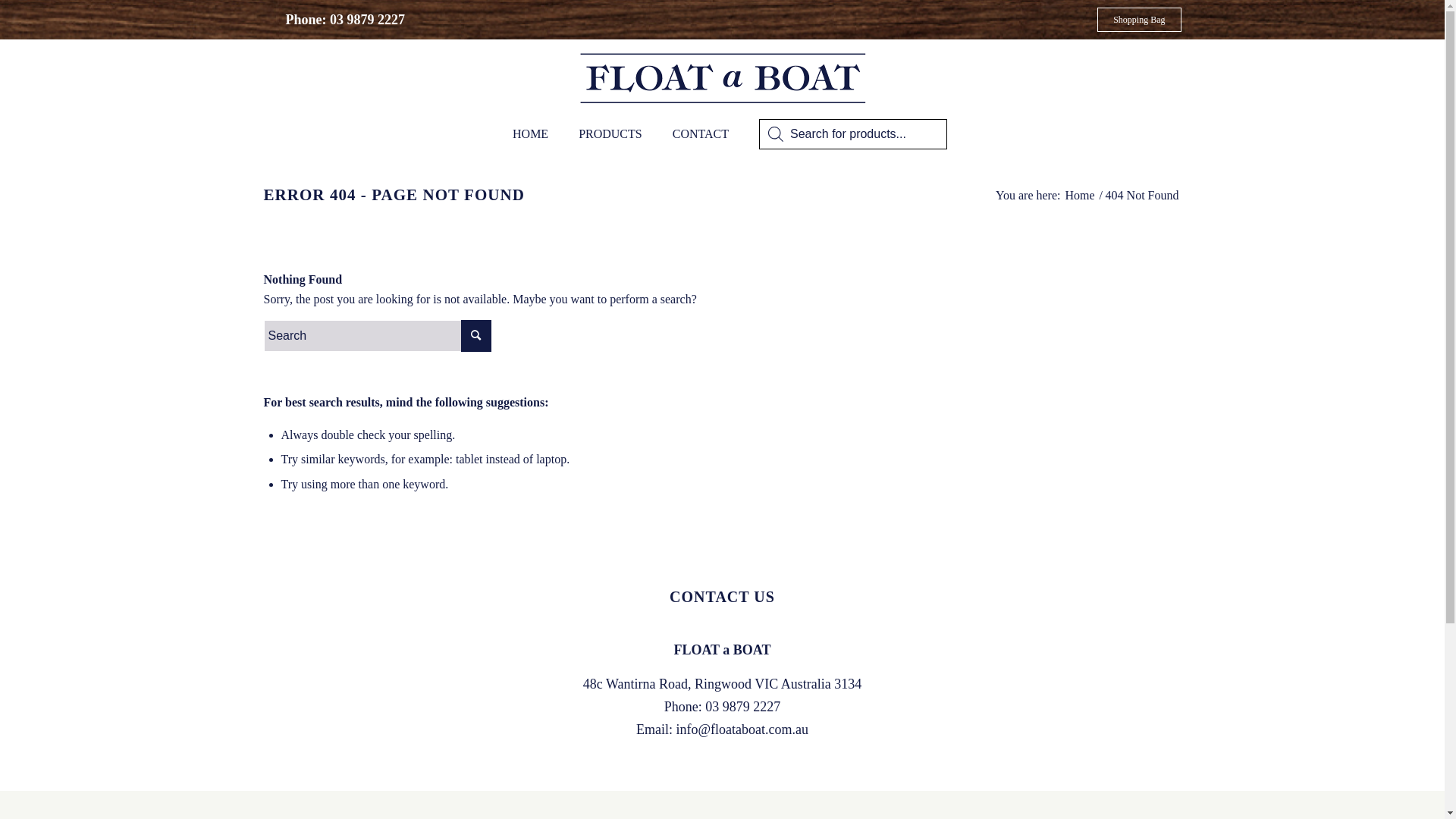  What do you see at coordinates (675, 728) in the screenshot?
I see `'info@floataboat.com.au'` at bounding box center [675, 728].